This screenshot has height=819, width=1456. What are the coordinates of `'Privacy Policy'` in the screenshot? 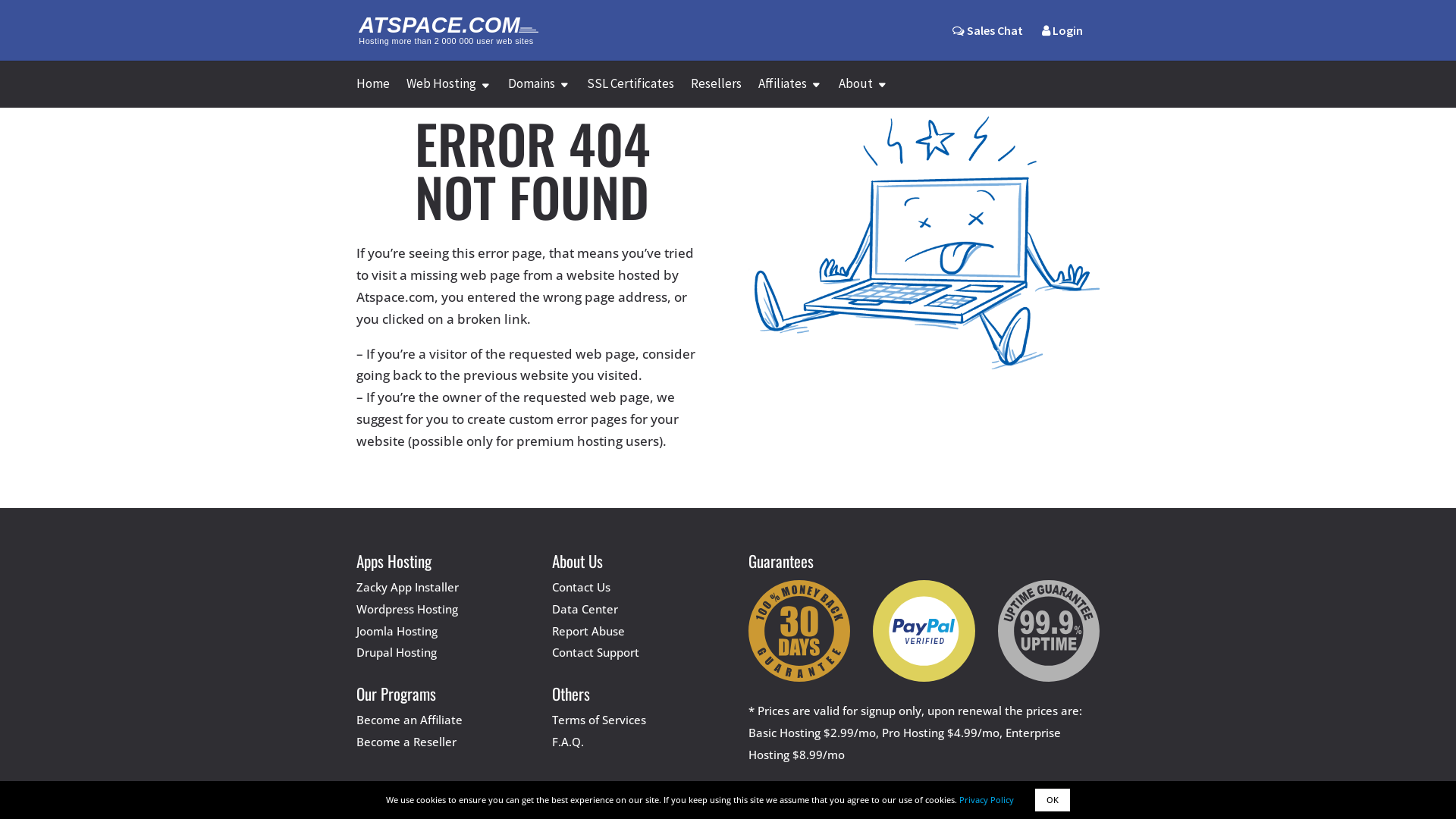 It's located at (986, 799).